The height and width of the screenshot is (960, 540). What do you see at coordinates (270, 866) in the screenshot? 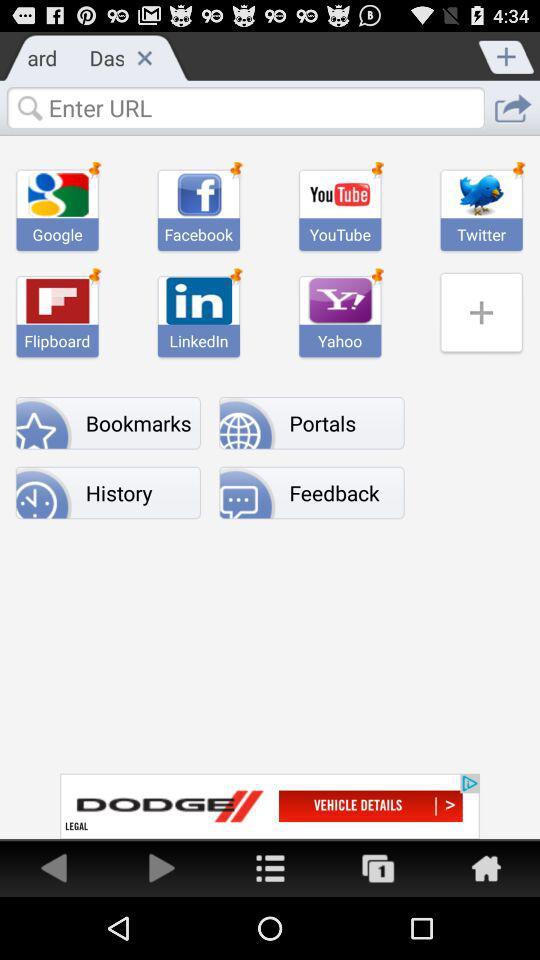
I see `see a list of option button` at bounding box center [270, 866].